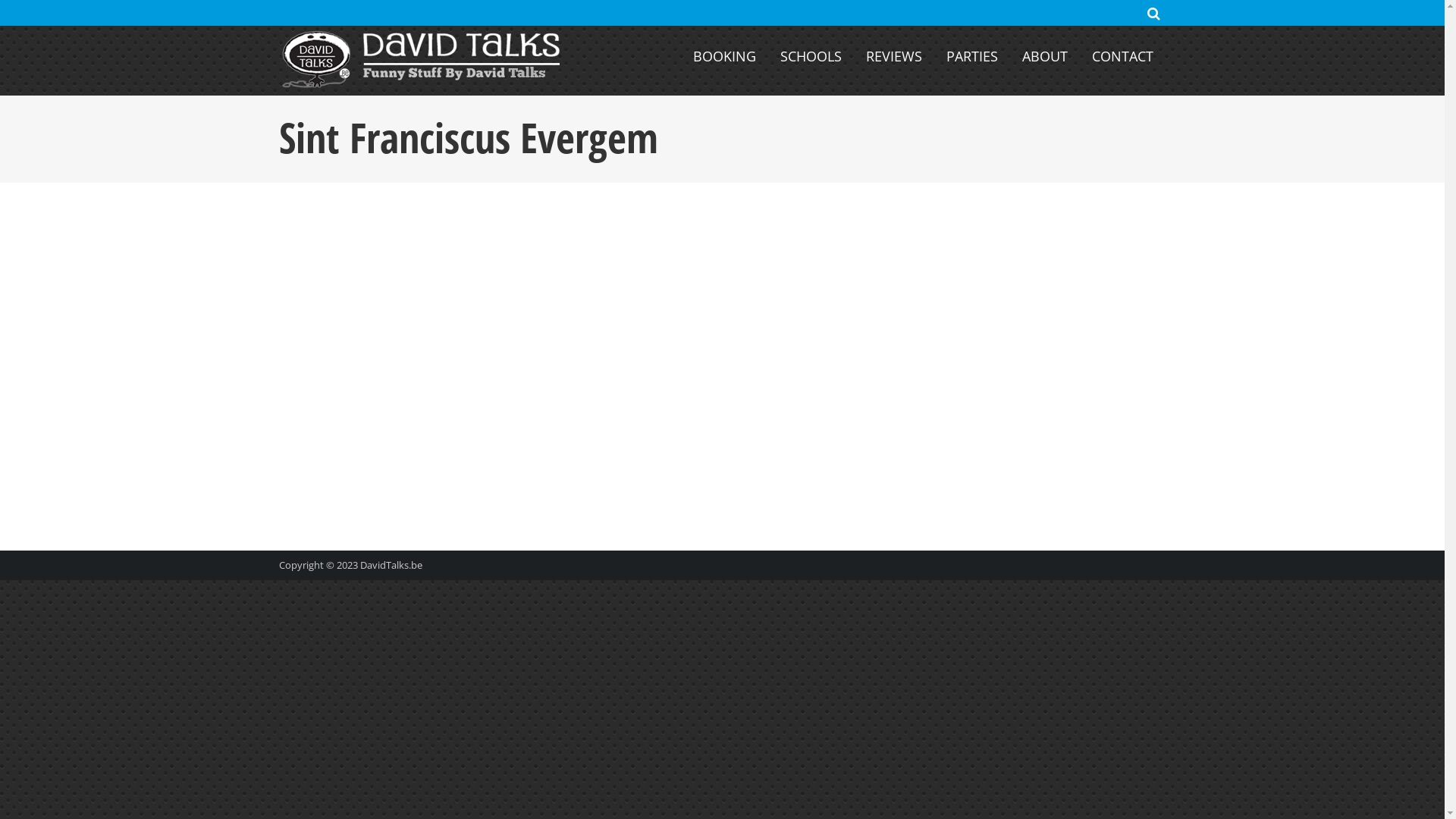  Describe the element at coordinates (390, 564) in the screenshot. I see `'DavidTalks.be'` at that location.